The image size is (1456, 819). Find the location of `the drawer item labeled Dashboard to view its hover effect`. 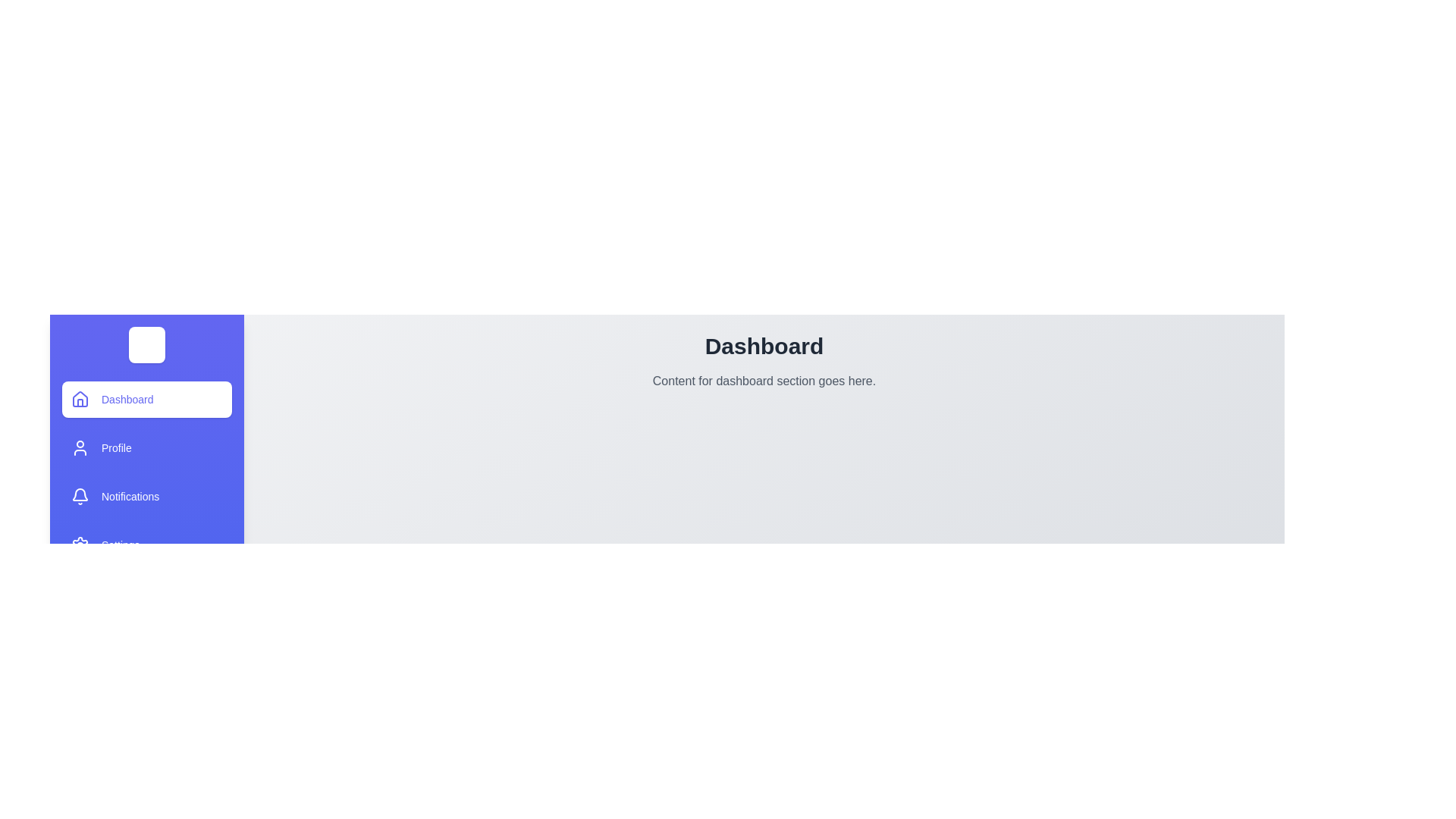

the drawer item labeled Dashboard to view its hover effect is located at coordinates (146, 399).